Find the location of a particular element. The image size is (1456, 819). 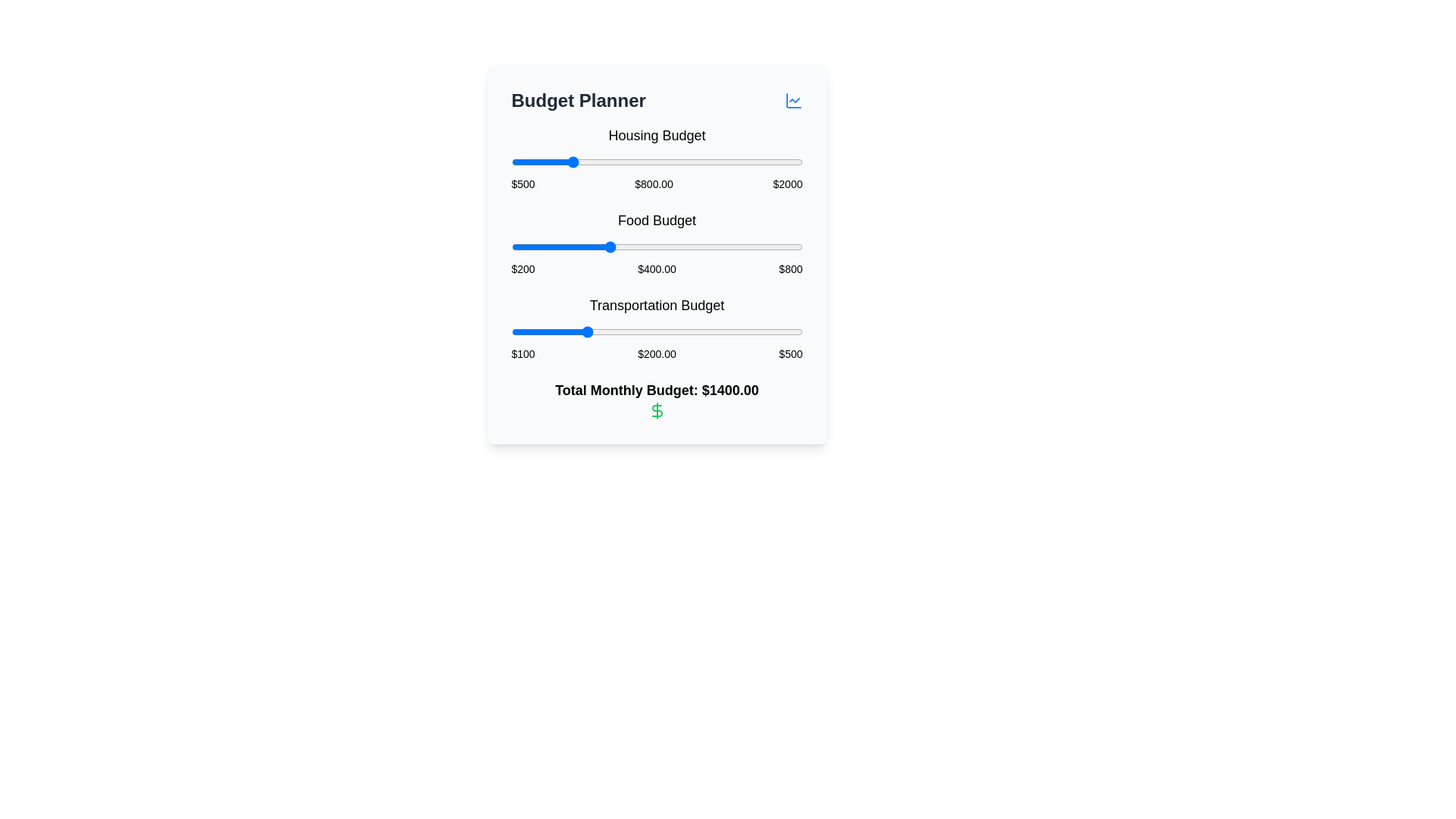

the housing budget slider is located at coordinates (773, 162).